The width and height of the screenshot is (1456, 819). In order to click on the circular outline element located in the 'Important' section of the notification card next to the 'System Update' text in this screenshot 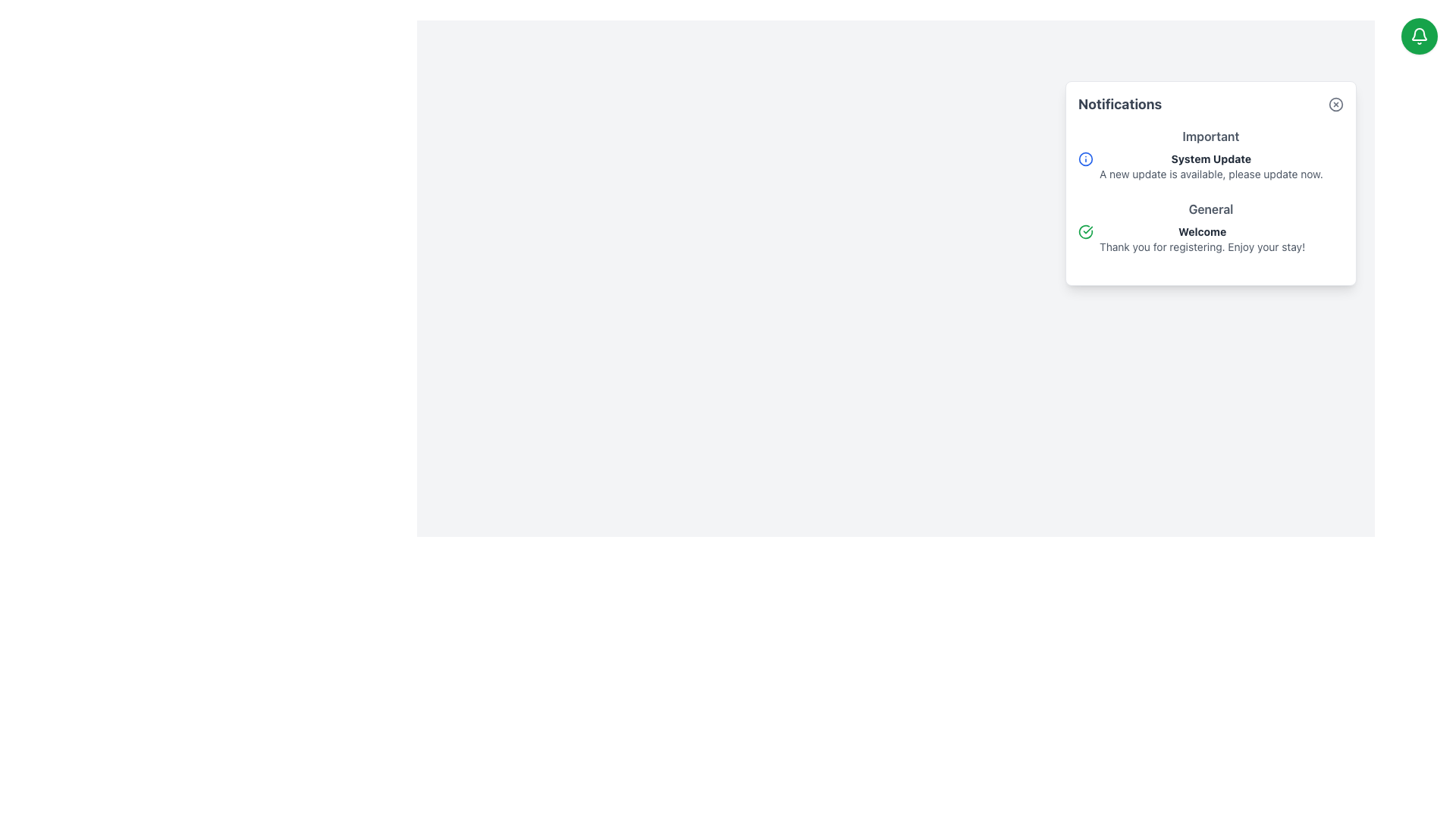, I will do `click(1084, 158)`.